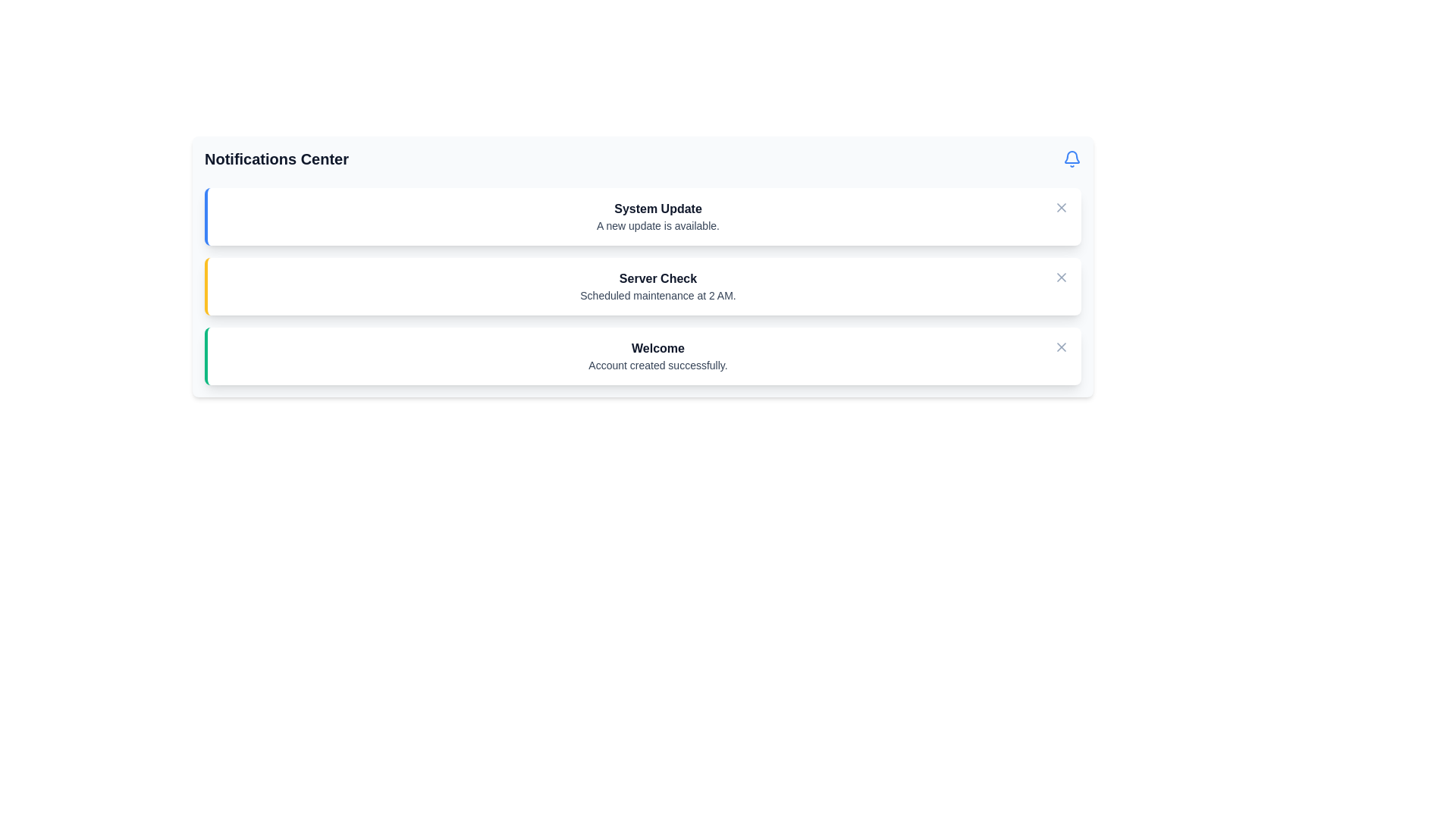  I want to click on the dismissal 'X' icon located at the far right of the bottom notification entry labeled 'Welcome', so click(1061, 347).